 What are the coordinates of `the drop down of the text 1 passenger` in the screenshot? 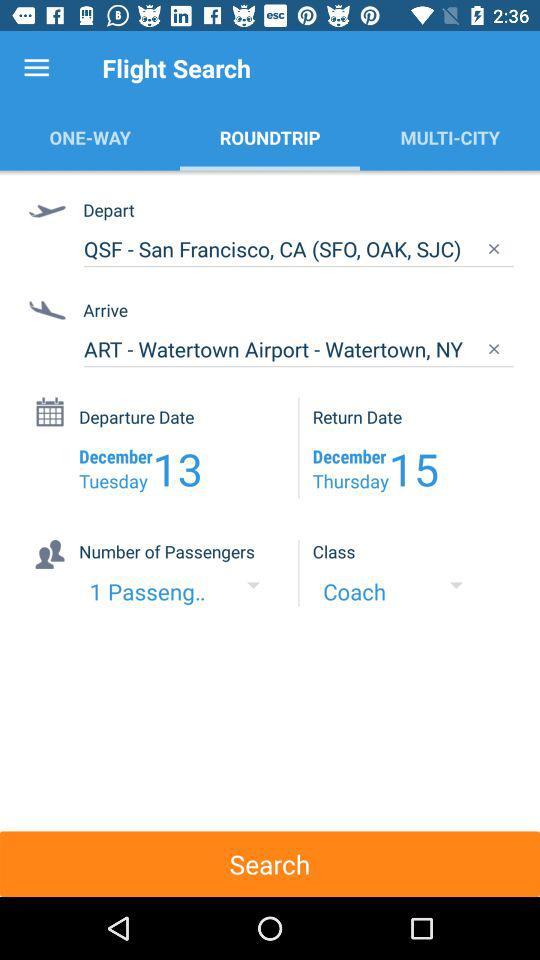 It's located at (181, 585).